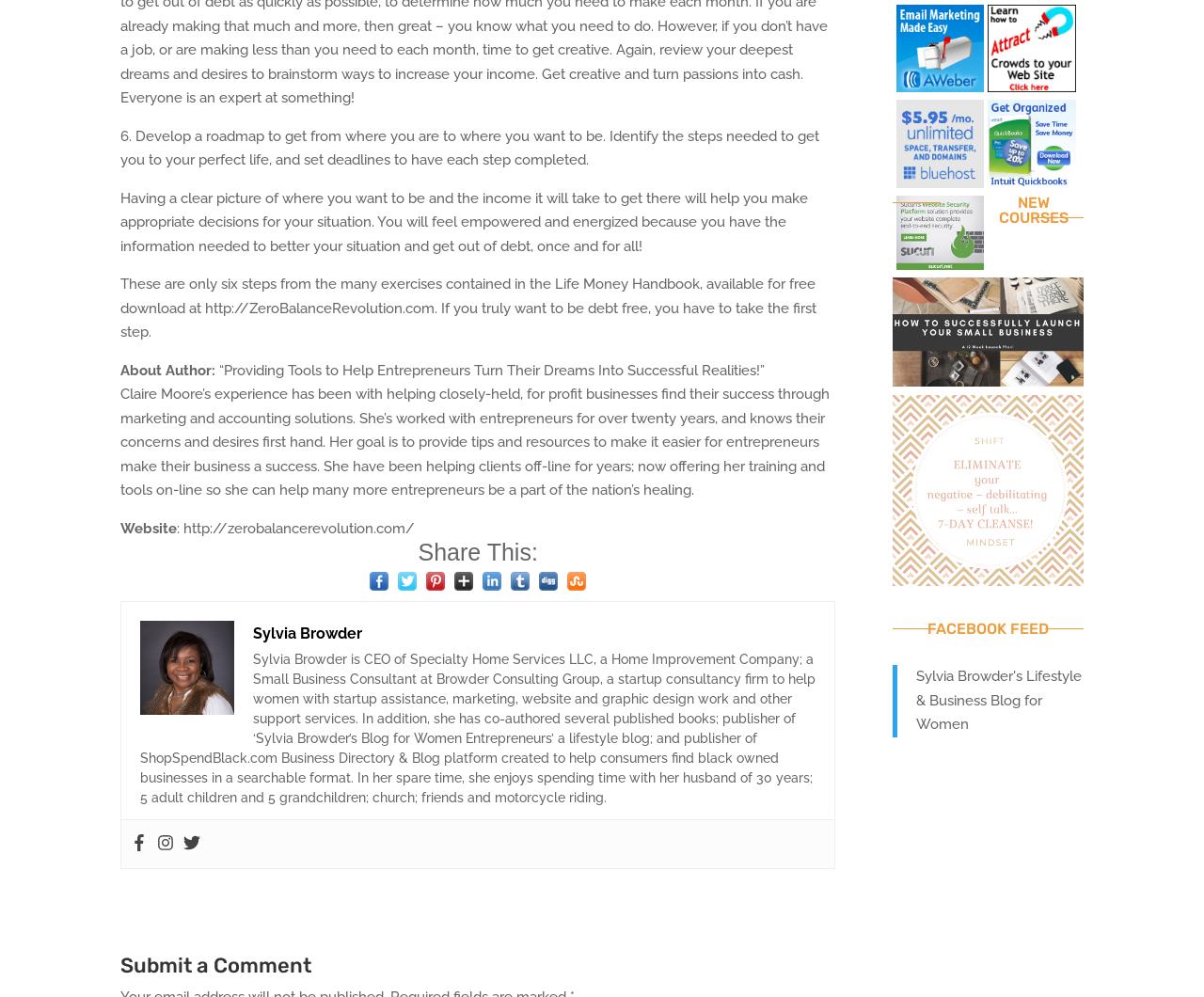 The height and width of the screenshot is (997, 1204). Describe the element at coordinates (998, 699) in the screenshot. I see `'Sylvia Browder's Lifestyle & Business Blog for Women'` at that location.